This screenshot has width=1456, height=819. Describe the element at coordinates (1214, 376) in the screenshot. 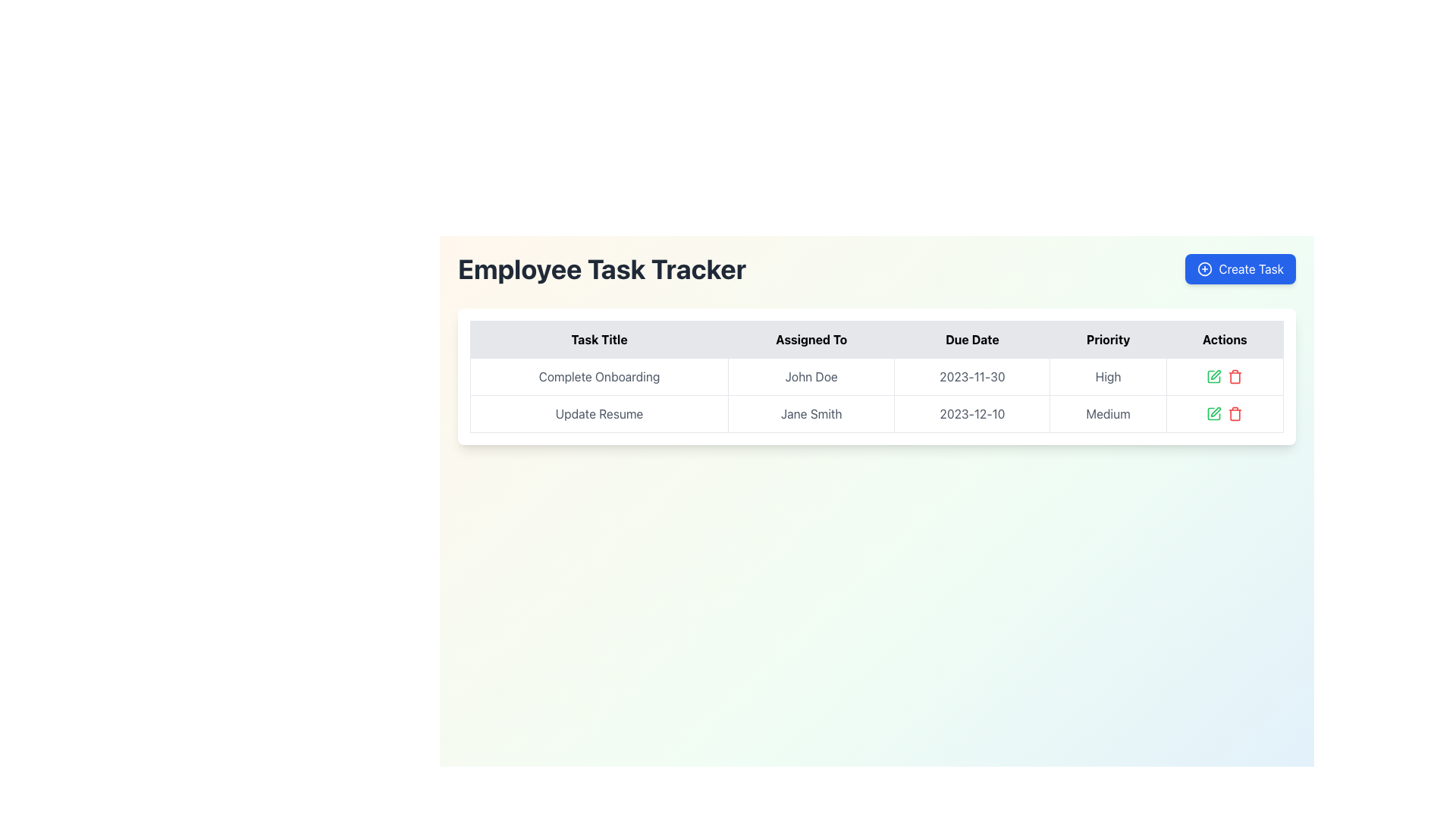

I see `the green pen icon in the 'Actions' column of the second row of the table` at that location.